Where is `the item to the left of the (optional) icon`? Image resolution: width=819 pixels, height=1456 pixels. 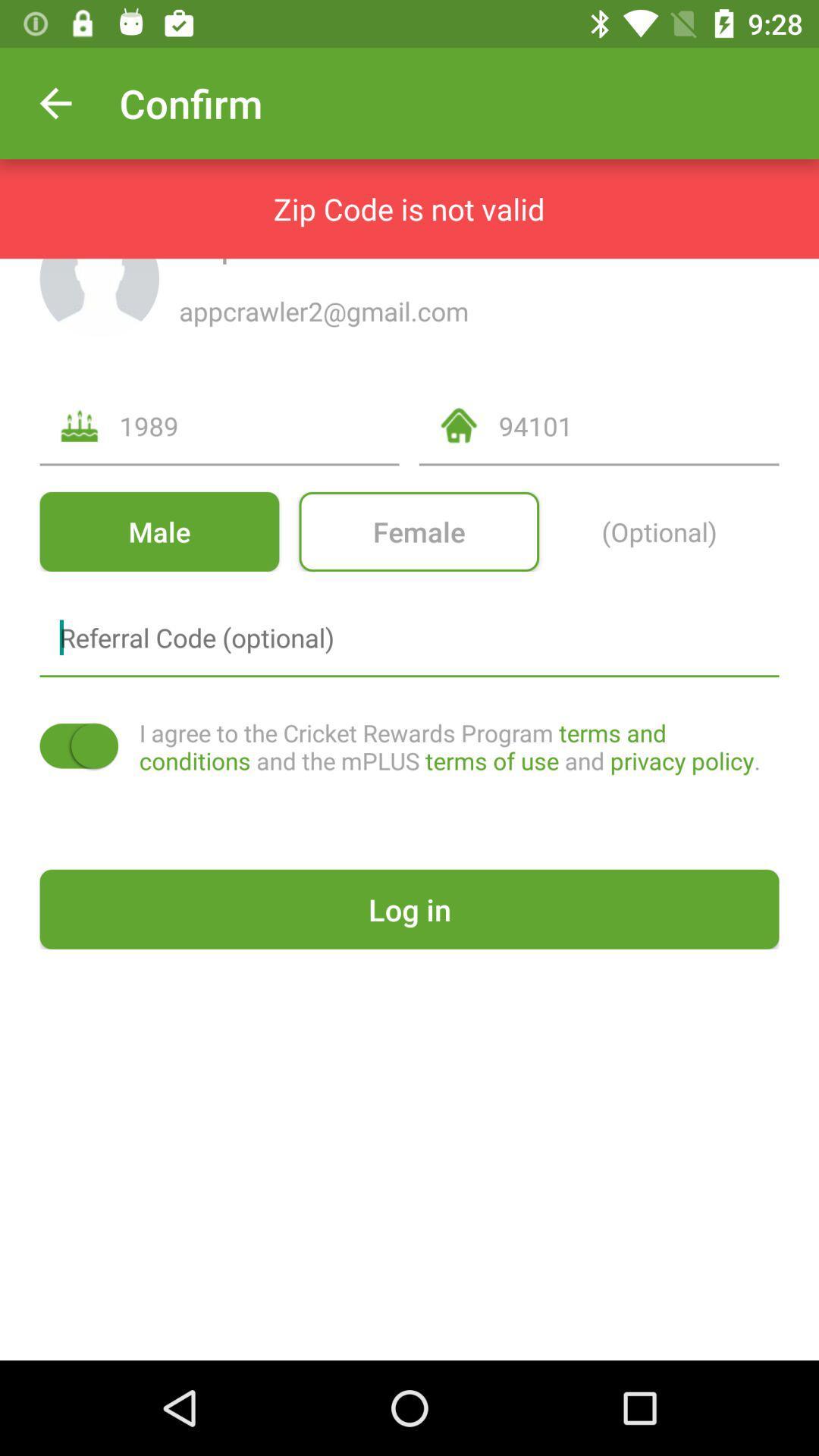
the item to the left of the (optional) icon is located at coordinates (419, 532).